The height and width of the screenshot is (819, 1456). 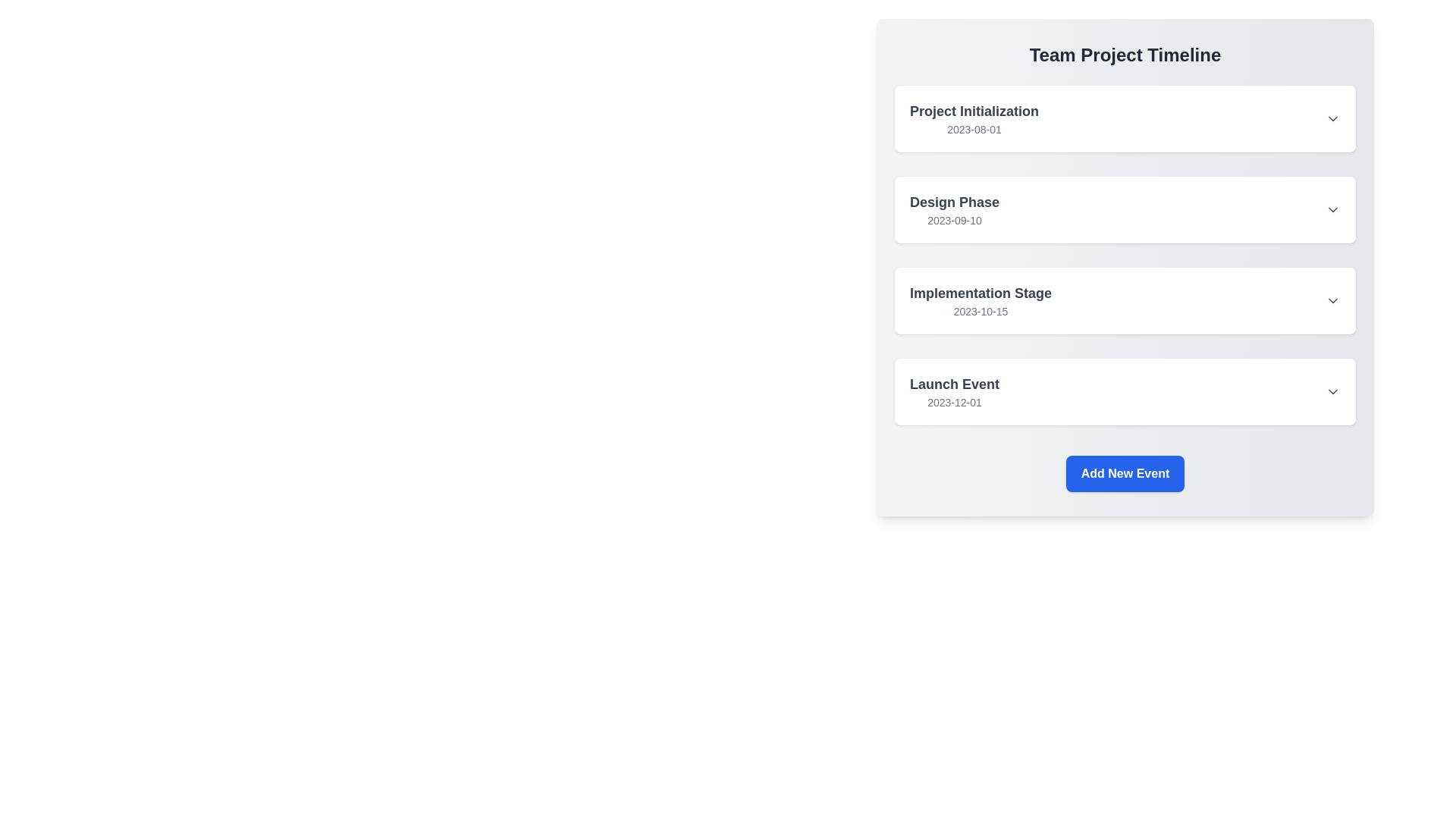 What do you see at coordinates (981, 293) in the screenshot?
I see `text label that identifies the 'Implementation Stage' in the 'Team Project Timeline' interface, located at the top of the third card in the sequence` at bounding box center [981, 293].